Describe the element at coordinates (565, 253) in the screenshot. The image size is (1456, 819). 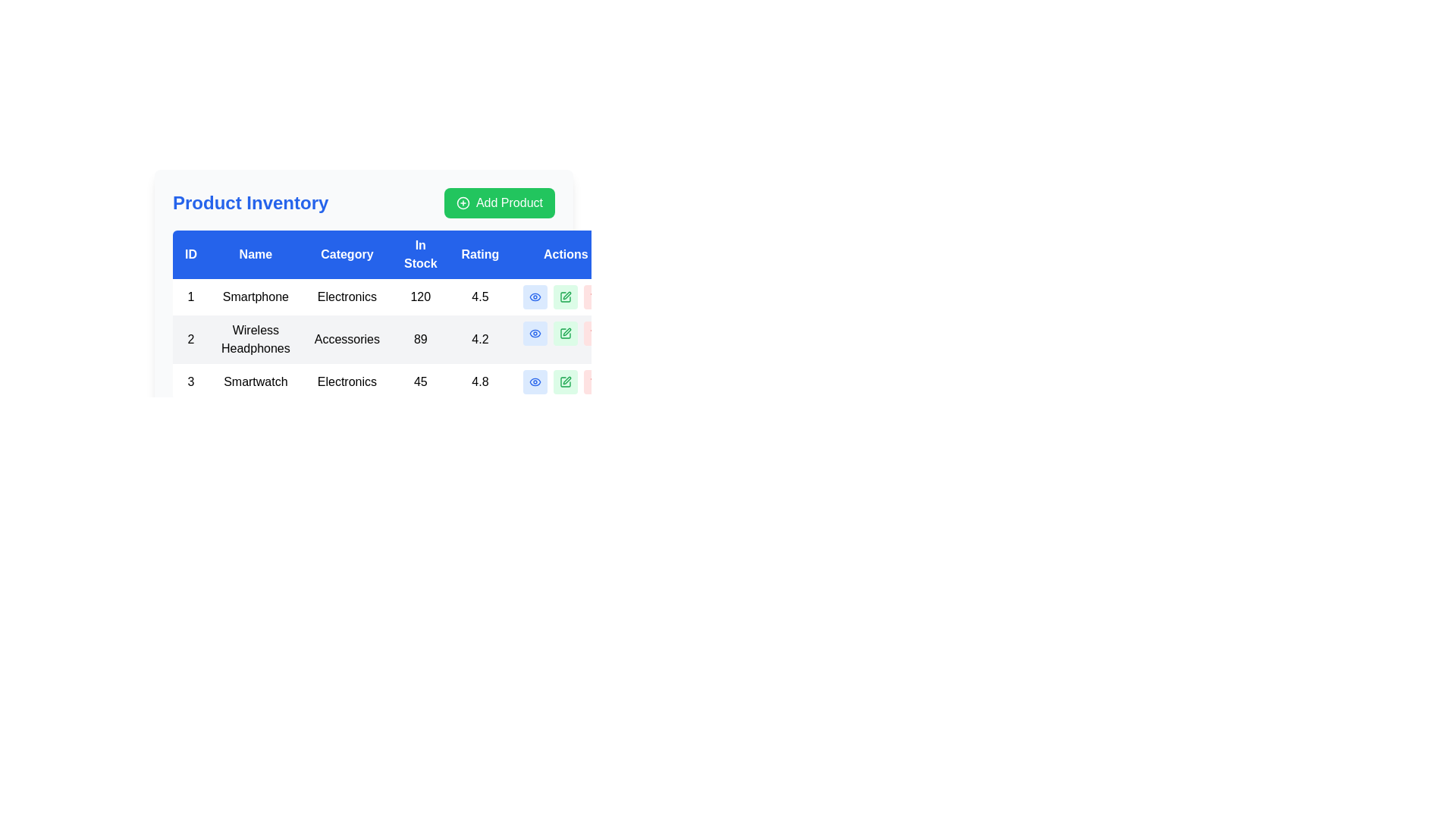
I see `the Table Header Label located at the top-right corner of the tabular header row, which indicates actions related to the data rows beneath it` at that location.